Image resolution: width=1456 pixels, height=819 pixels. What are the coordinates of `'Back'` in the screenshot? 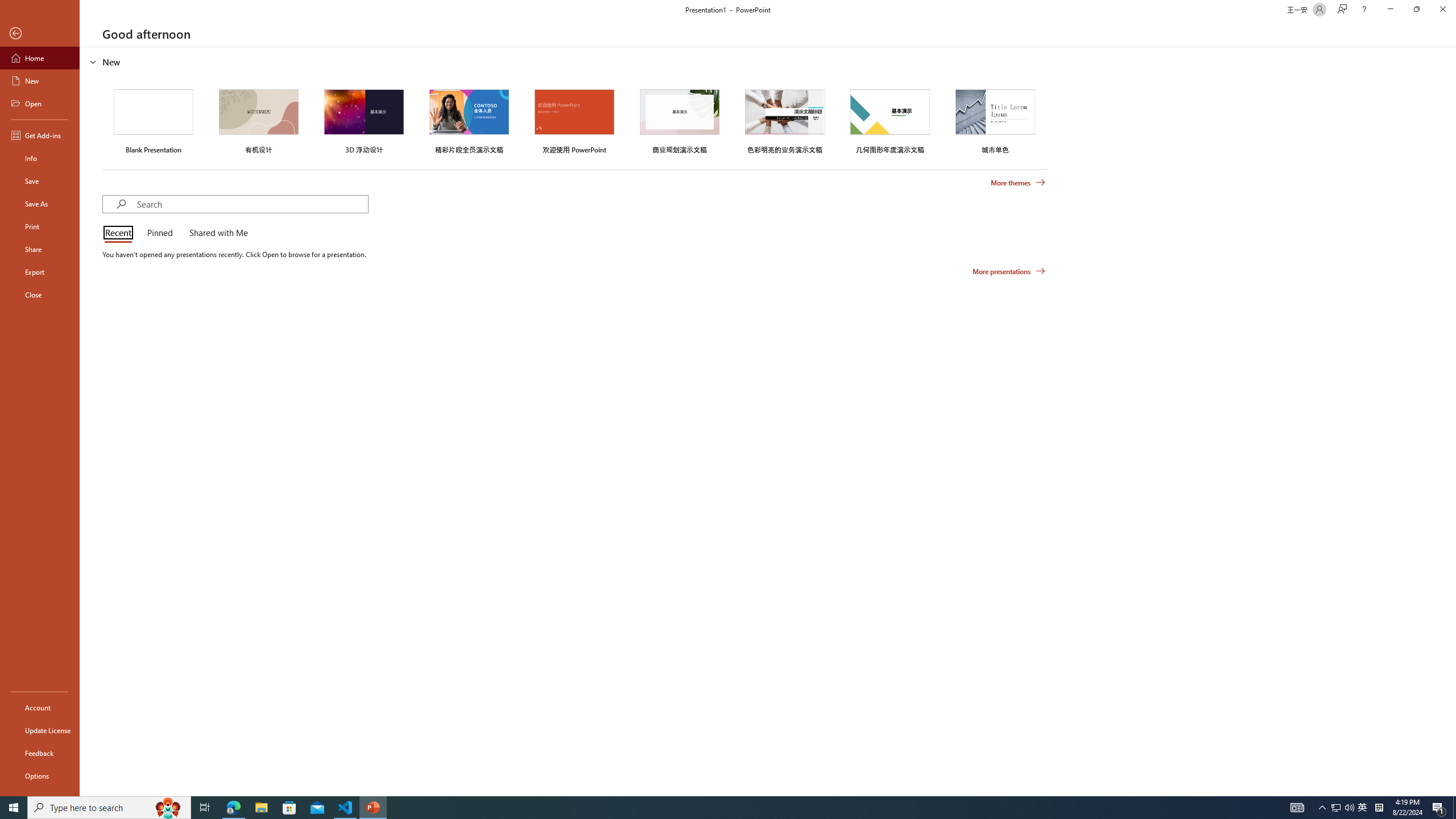 It's located at (39, 33).